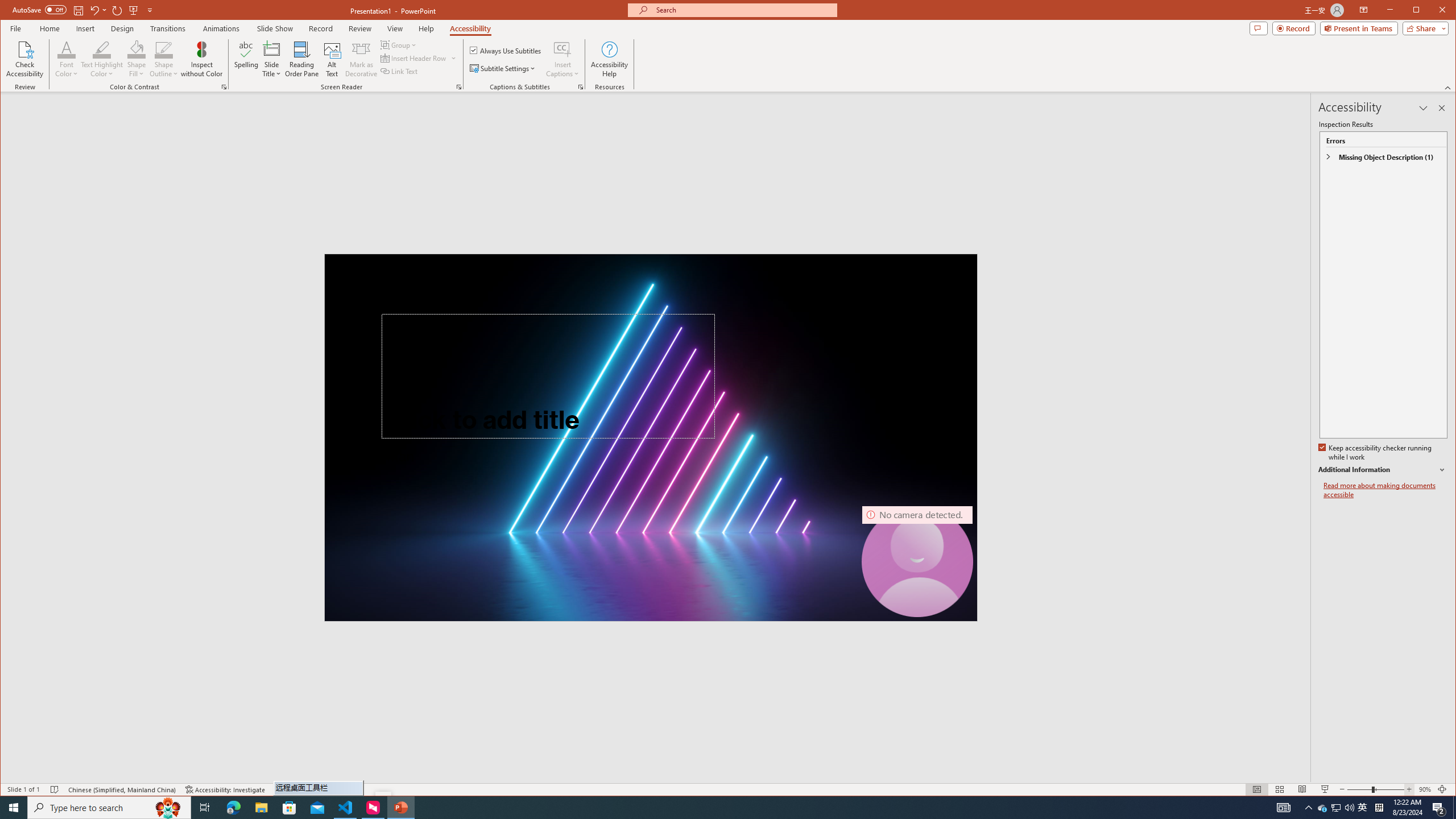 The height and width of the screenshot is (819, 1456). Describe the element at coordinates (505, 49) in the screenshot. I see `'Always Use Subtitles'` at that location.